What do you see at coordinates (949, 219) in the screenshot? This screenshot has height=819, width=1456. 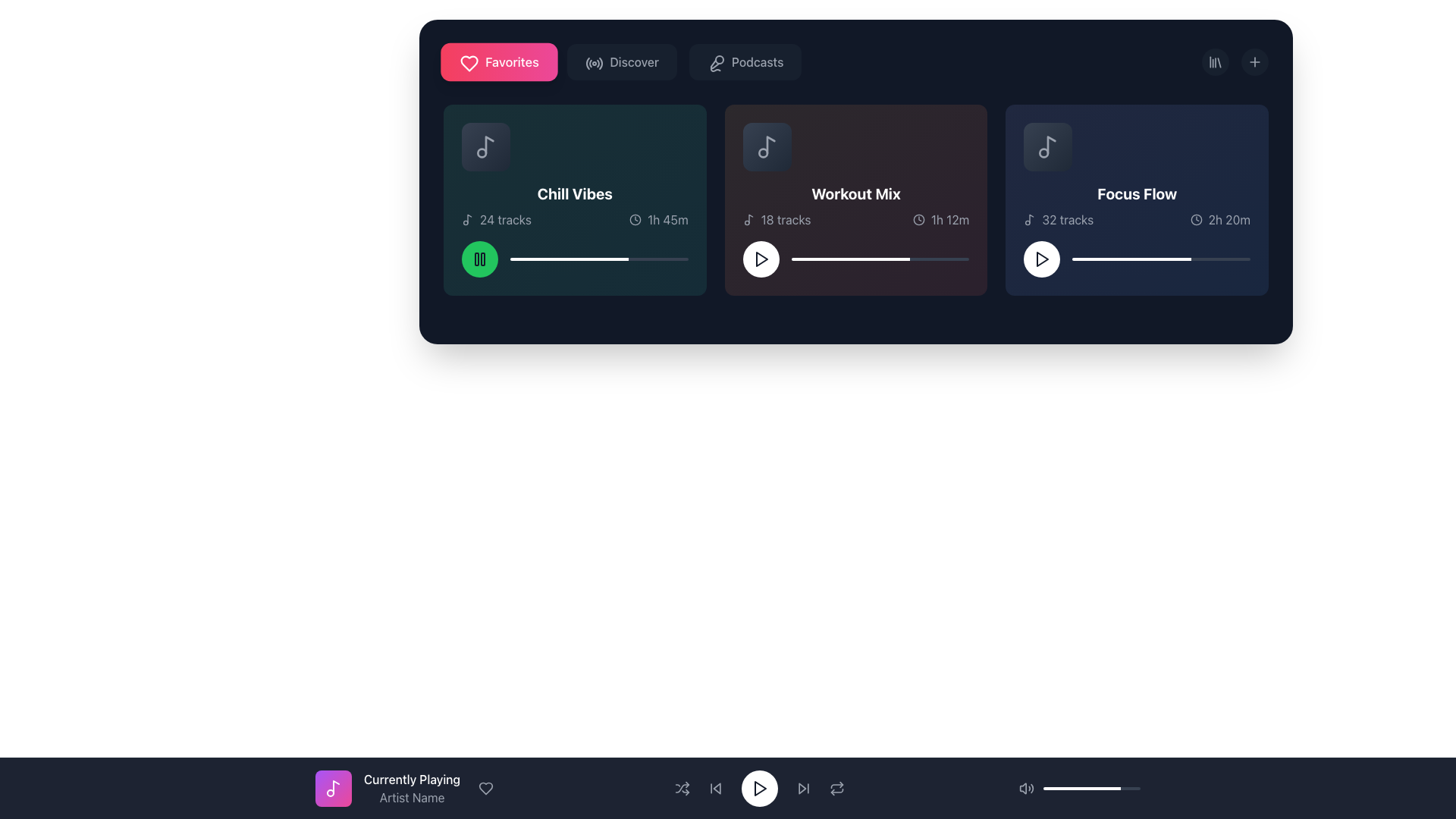 I see `duration information from the static text label located within the 'Workout Mix' card, positioned to the right of the clock icon` at bounding box center [949, 219].